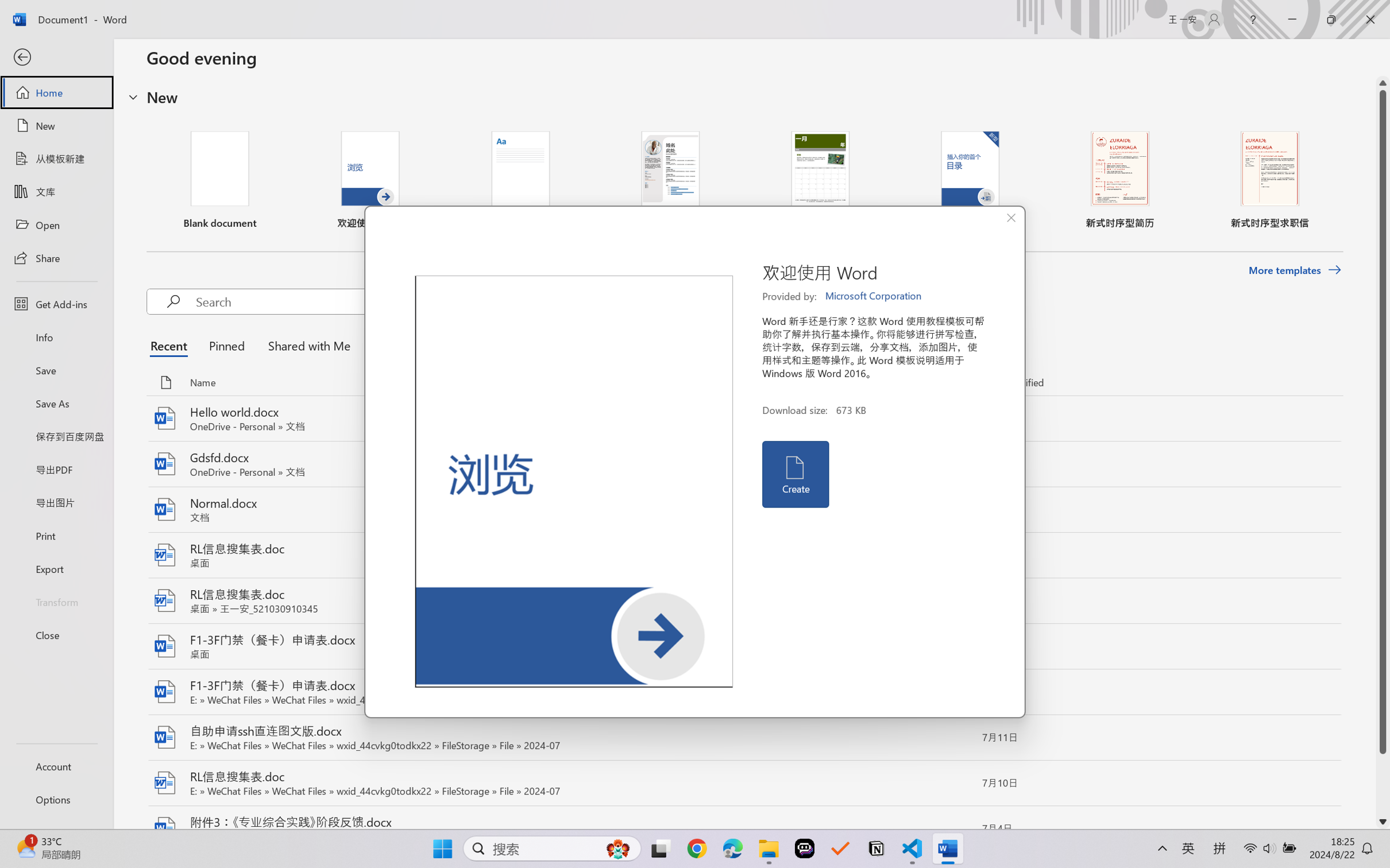 Image resolution: width=1390 pixels, height=868 pixels. I want to click on 'Hide or show region', so click(133, 96).